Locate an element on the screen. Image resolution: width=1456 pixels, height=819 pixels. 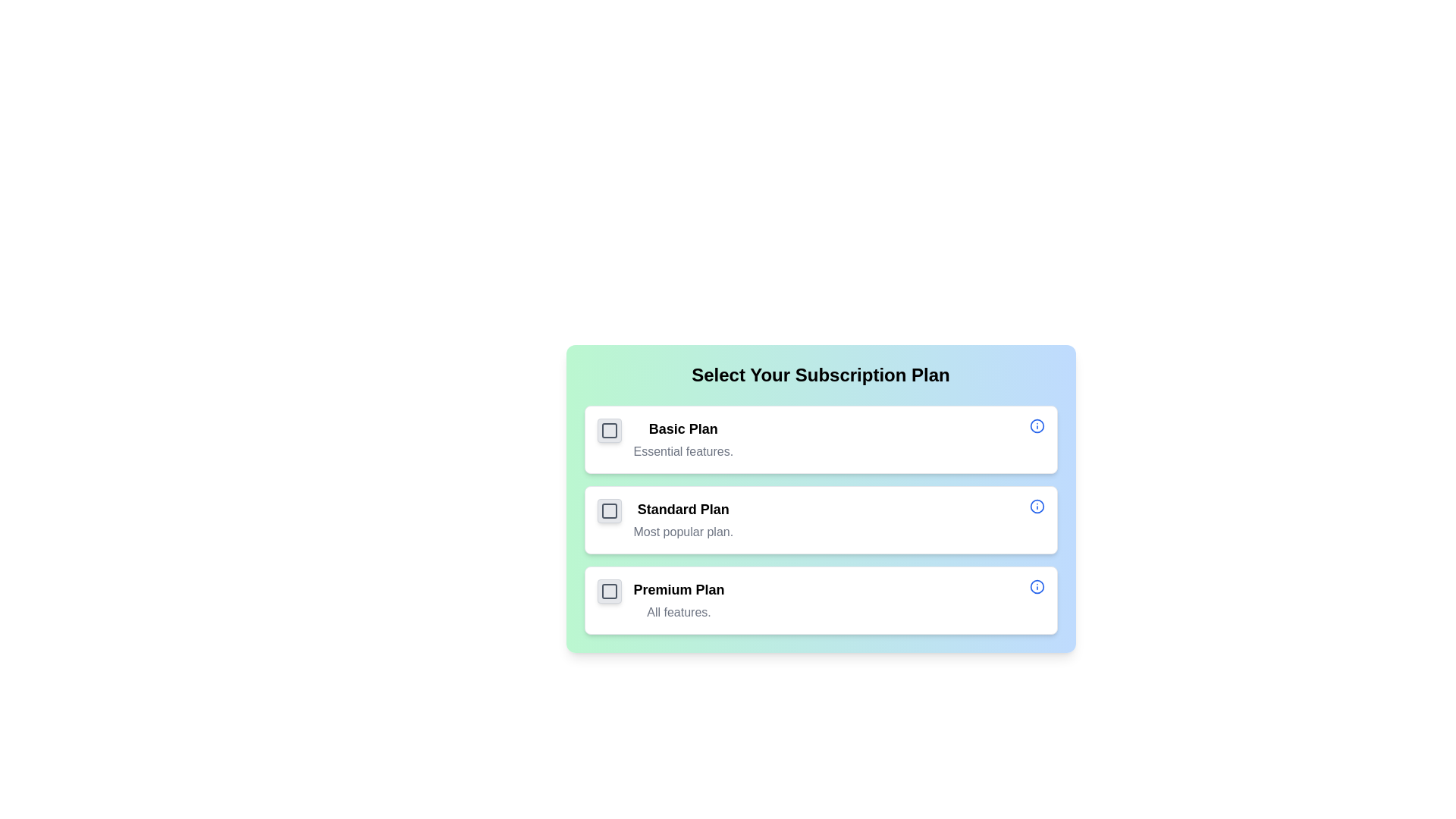
the Informative Text Label that provides additional descriptive information about the 'Standard Plan', emphasizing its popularity, located below the heading 'Standard Plan' is located at coordinates (682, 532).